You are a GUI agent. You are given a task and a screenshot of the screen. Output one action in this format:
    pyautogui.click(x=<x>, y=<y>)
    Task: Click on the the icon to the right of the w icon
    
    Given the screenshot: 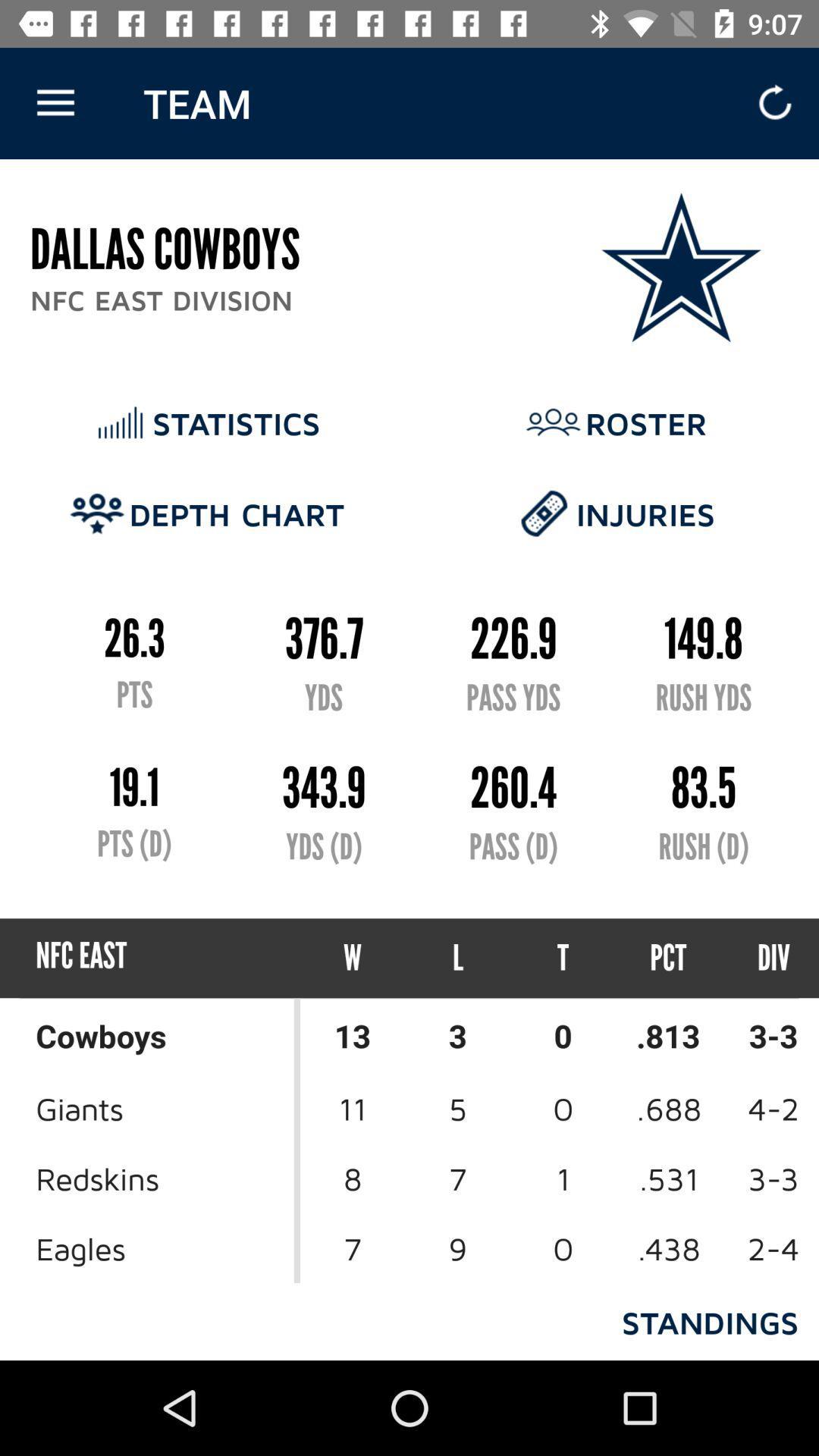 What is the action you would take?
    pyautogui.click(x=457, y=957)
    